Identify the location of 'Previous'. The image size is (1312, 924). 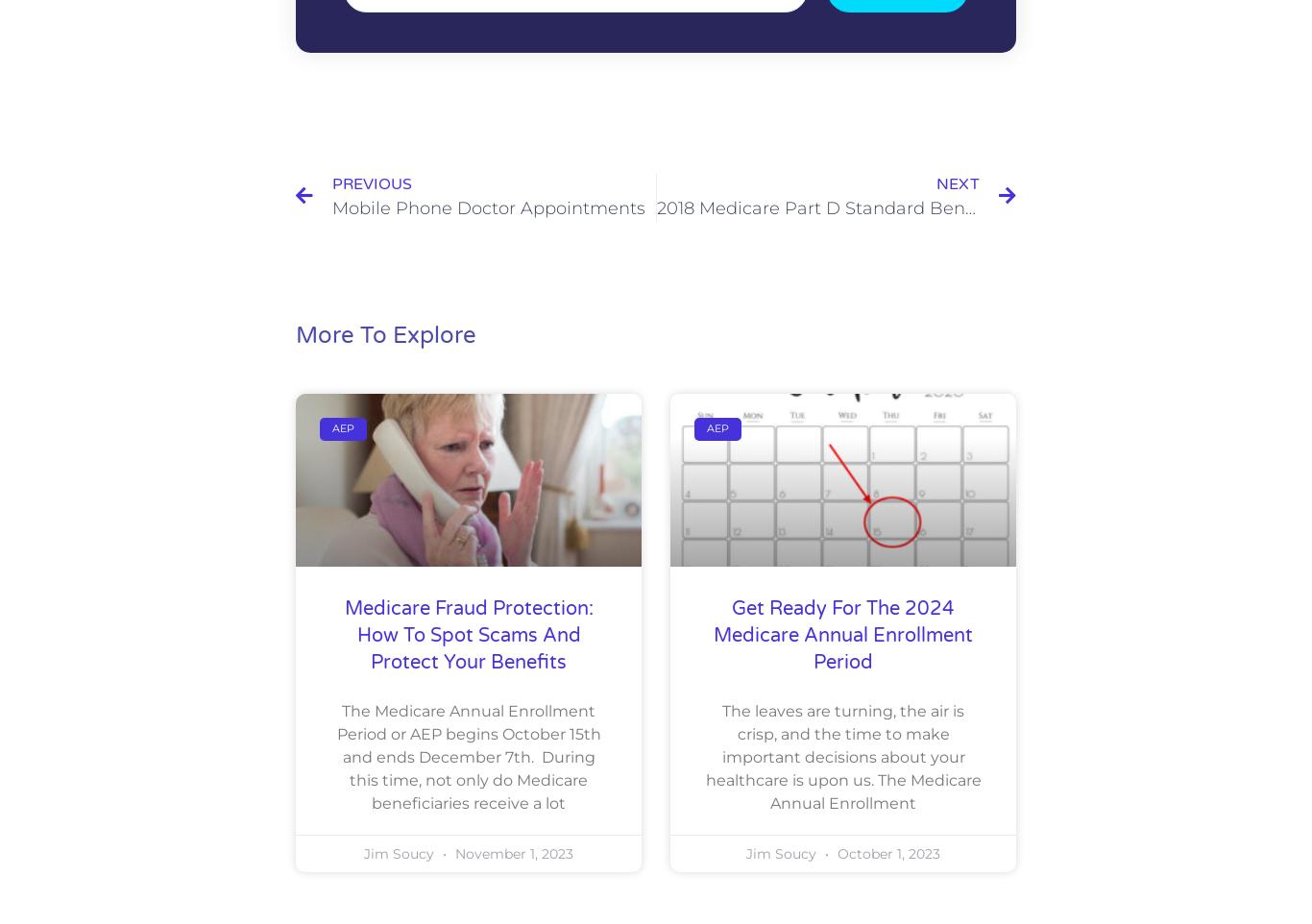
(371, 182).